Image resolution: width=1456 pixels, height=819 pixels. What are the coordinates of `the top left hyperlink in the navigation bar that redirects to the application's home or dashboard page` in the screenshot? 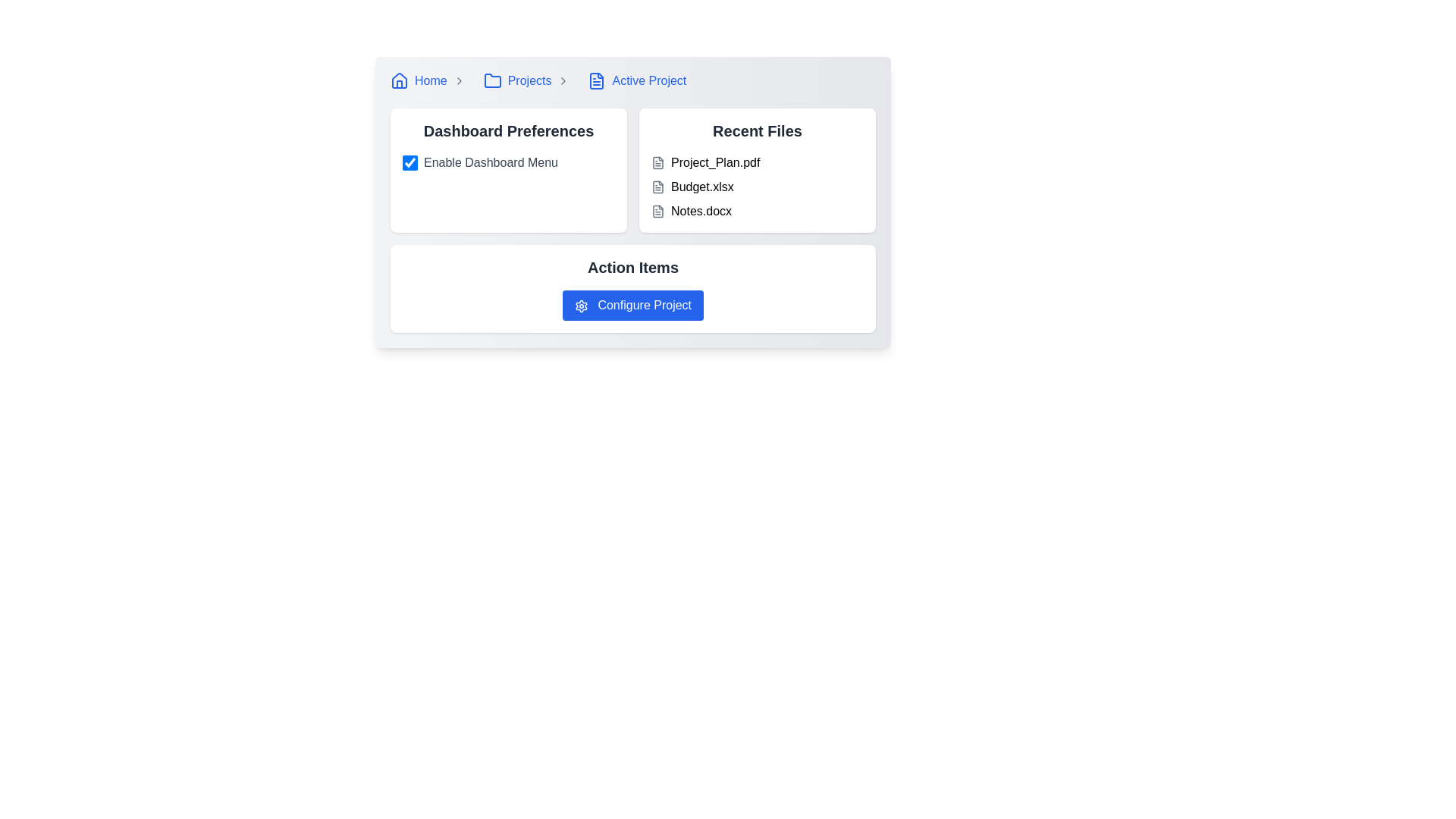 It's located at (419, 81).